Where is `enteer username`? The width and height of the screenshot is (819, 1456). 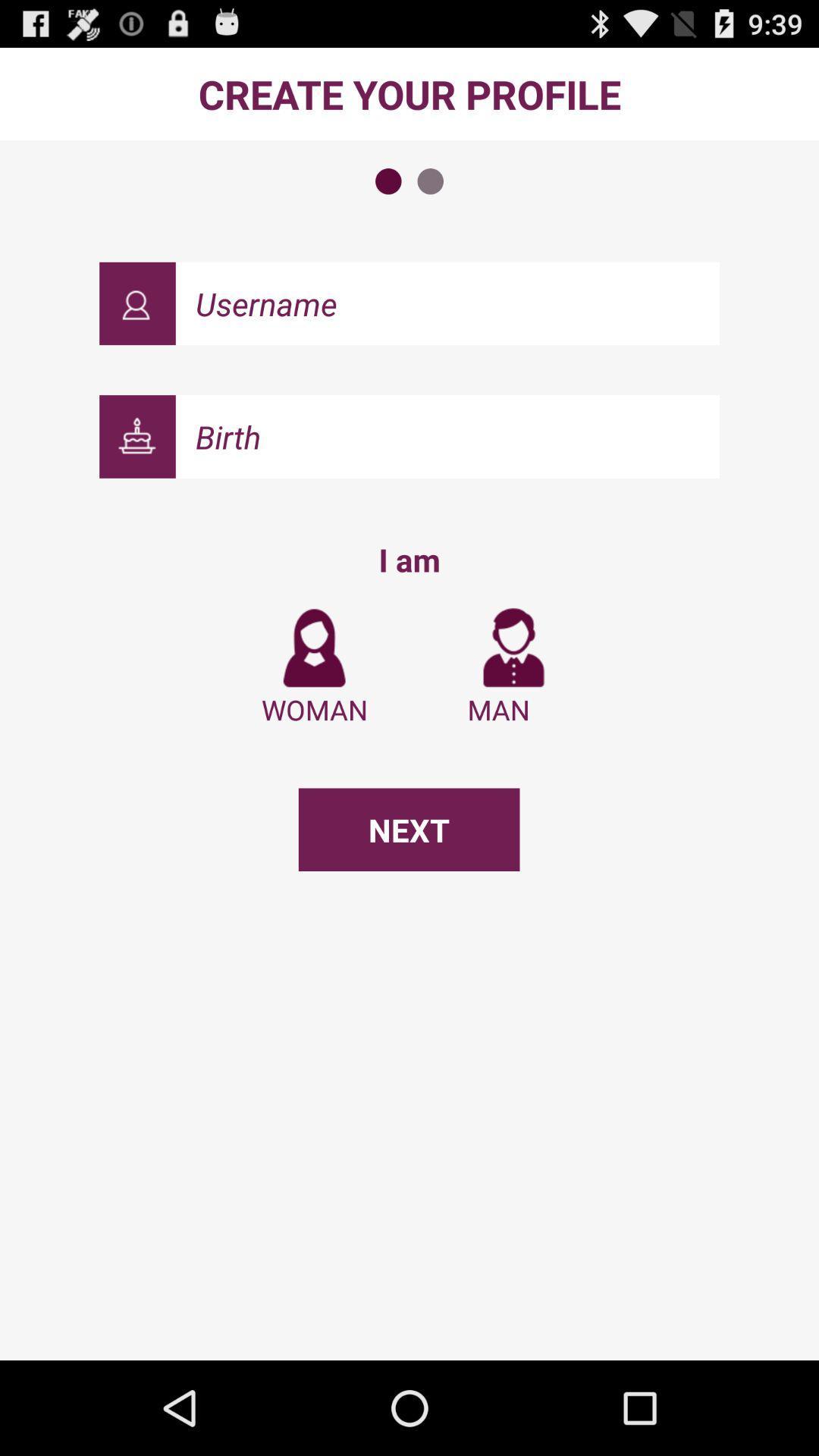
enteer username is located at coordinates (447, 303).